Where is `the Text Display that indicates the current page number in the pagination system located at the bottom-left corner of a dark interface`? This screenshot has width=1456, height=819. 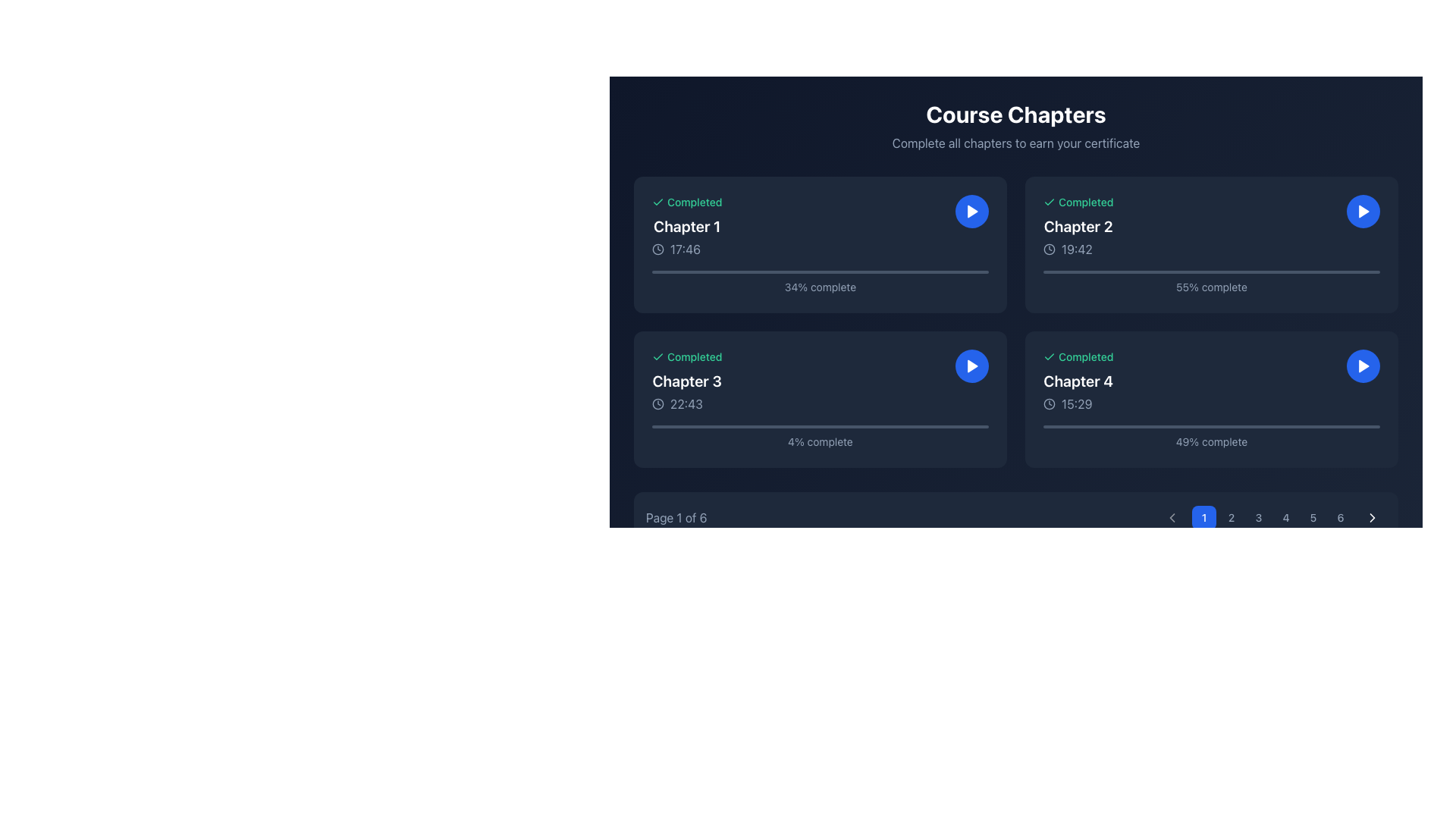 the Text Display that indicates the current page number in the pagination system located at the bottom-left corner of a dark interface is located at coordinates (676, 516).